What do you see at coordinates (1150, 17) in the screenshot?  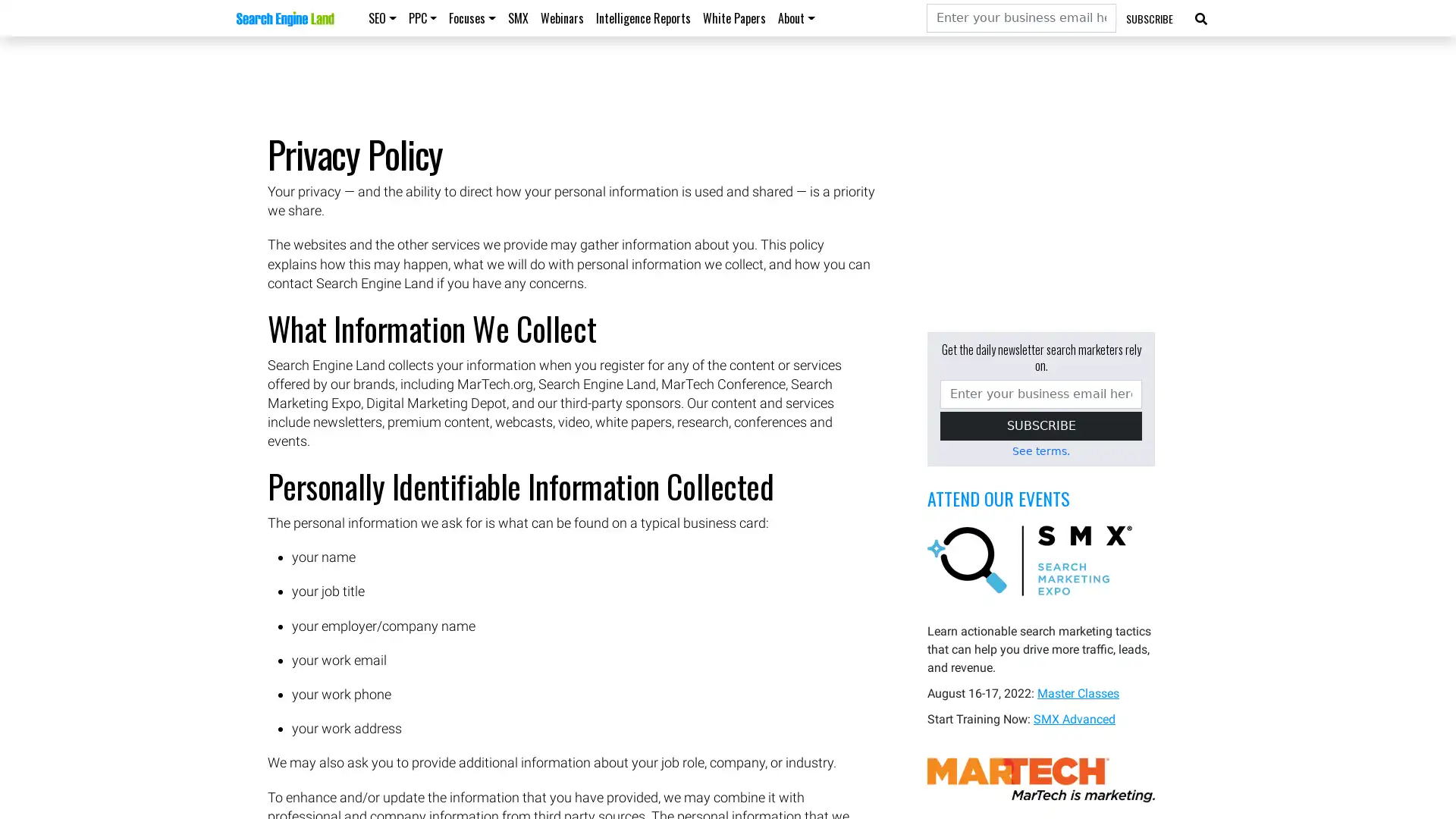 I see `SUBSCRIBE` at bounding box center [1150, 17].